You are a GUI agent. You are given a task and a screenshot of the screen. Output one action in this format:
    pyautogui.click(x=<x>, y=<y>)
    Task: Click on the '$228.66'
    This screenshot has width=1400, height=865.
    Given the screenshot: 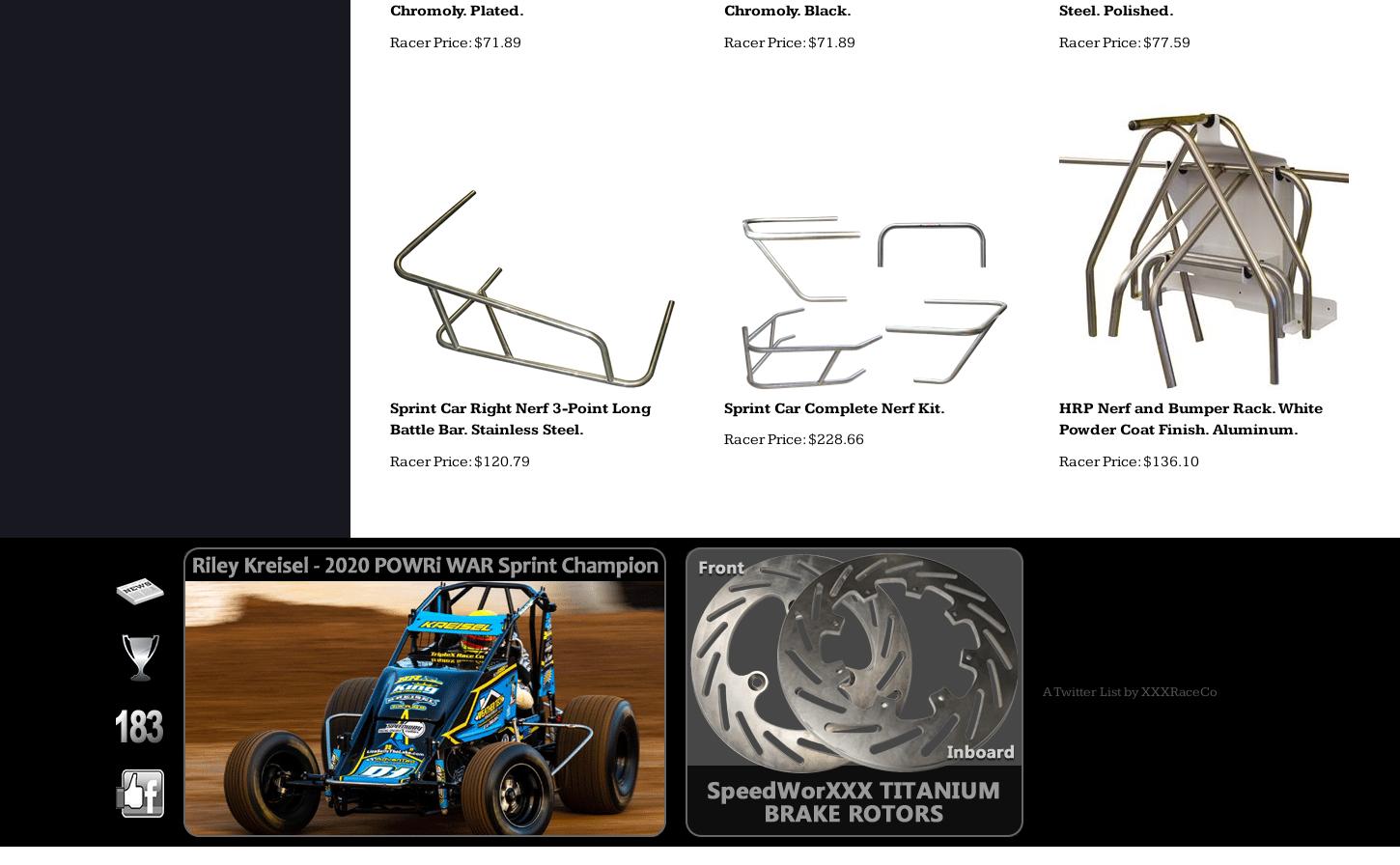 What is the action you would take?
    pyautogui.click(x=833, y=439)
    